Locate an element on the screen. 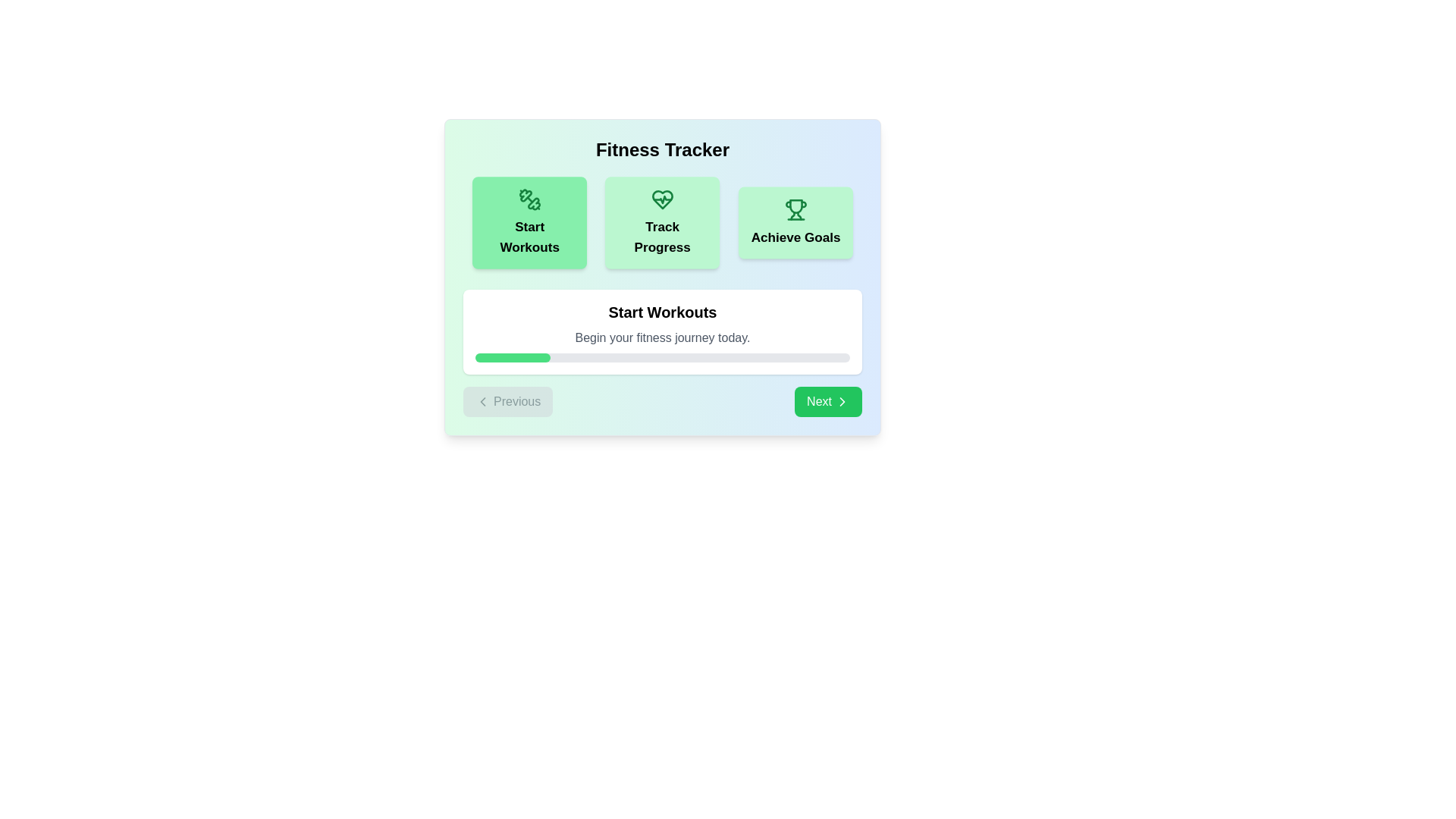  the heart-shaped SVG icon with a pulse line, styled with a green outline, located above the 'Track Progress' text is located at coordinates (662, 199).